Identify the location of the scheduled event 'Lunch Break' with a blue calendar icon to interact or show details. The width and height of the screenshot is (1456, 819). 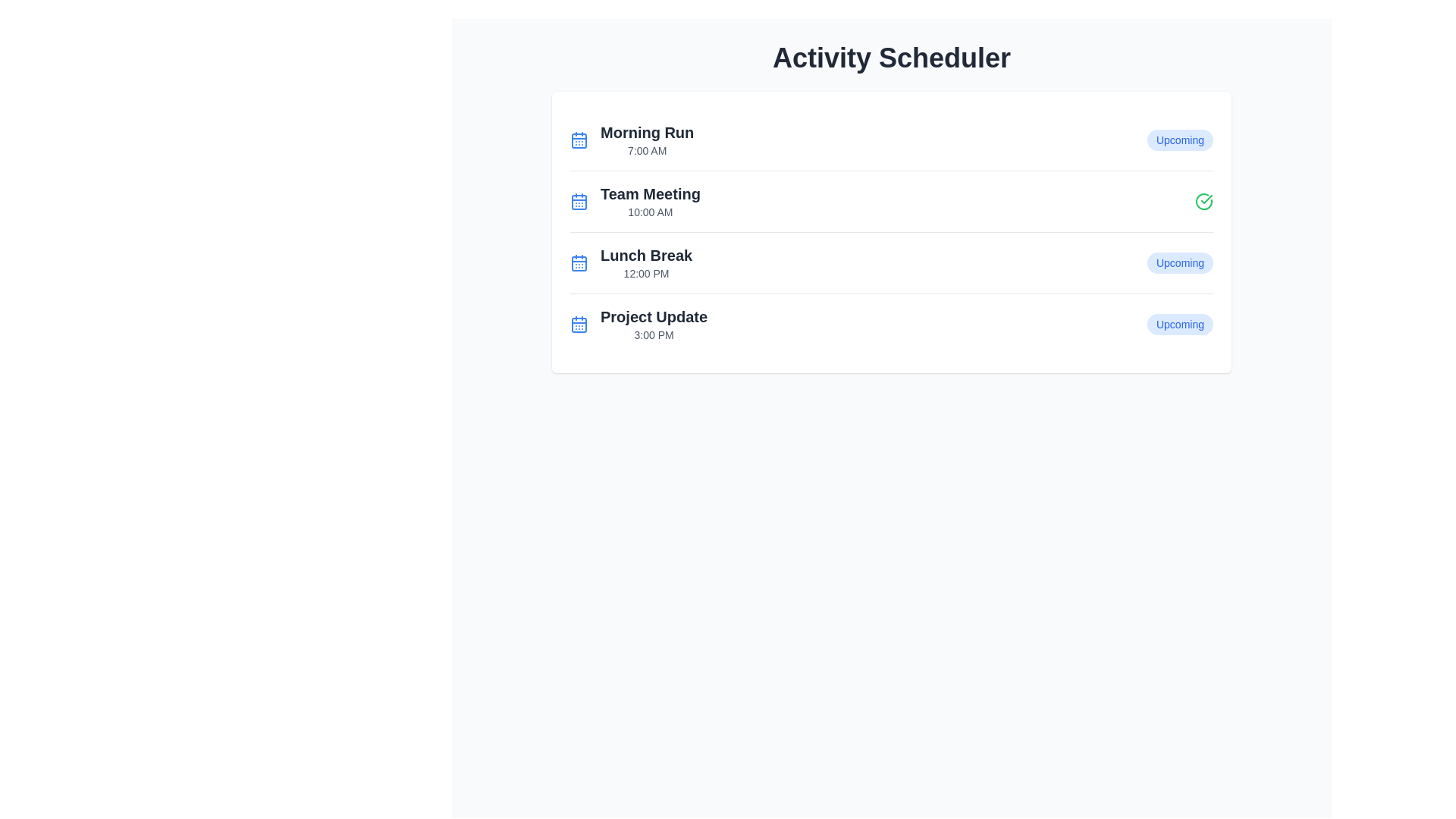
(631, 262).